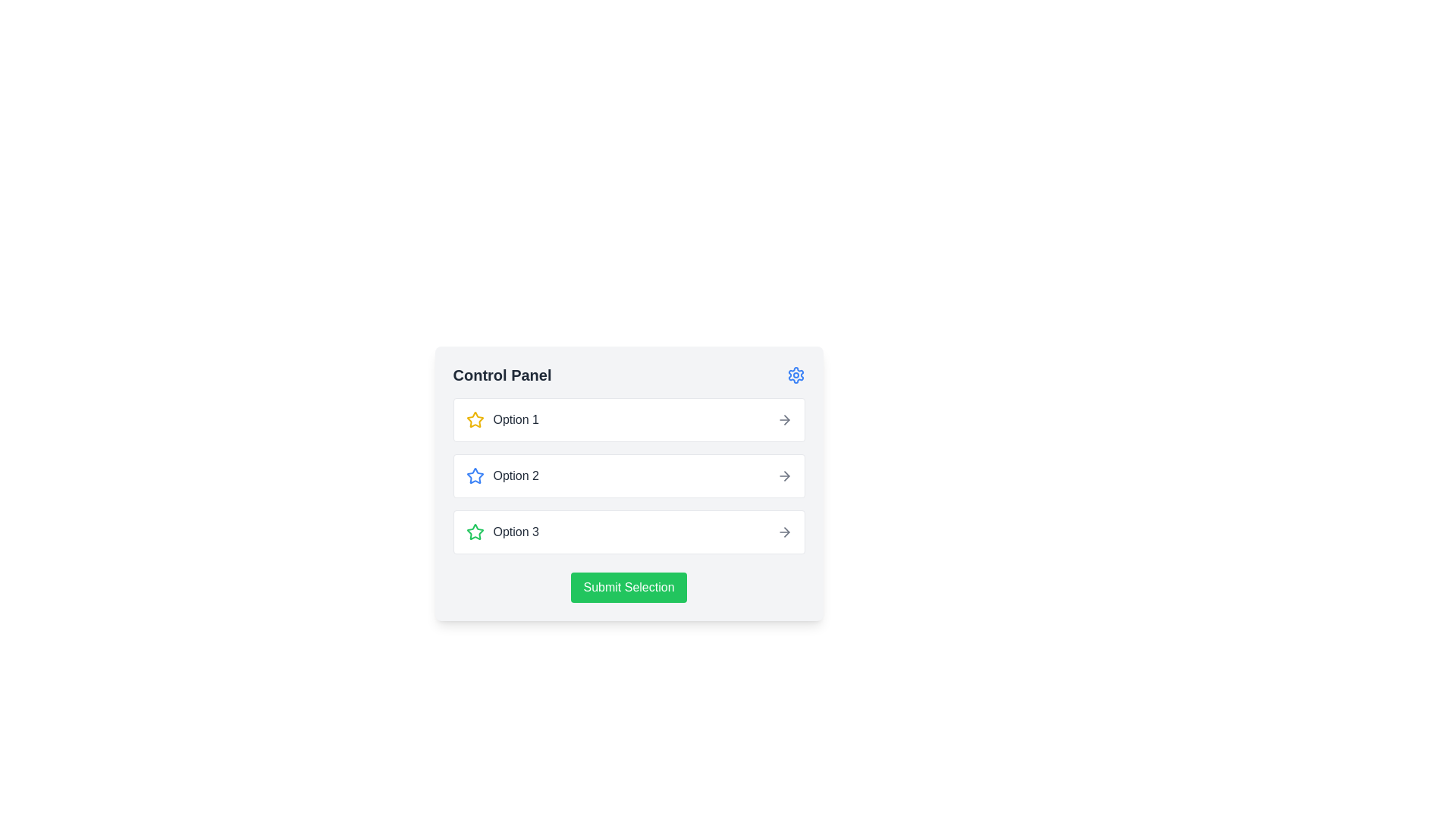 This screenshot has width=1456, height=819. What do you see at coordinates (795, 375) in the screenshot?
I see `the circular gear icon button with a blue outline located at the right end of the 'Control Panel' header` at bounding box center [795, 375].